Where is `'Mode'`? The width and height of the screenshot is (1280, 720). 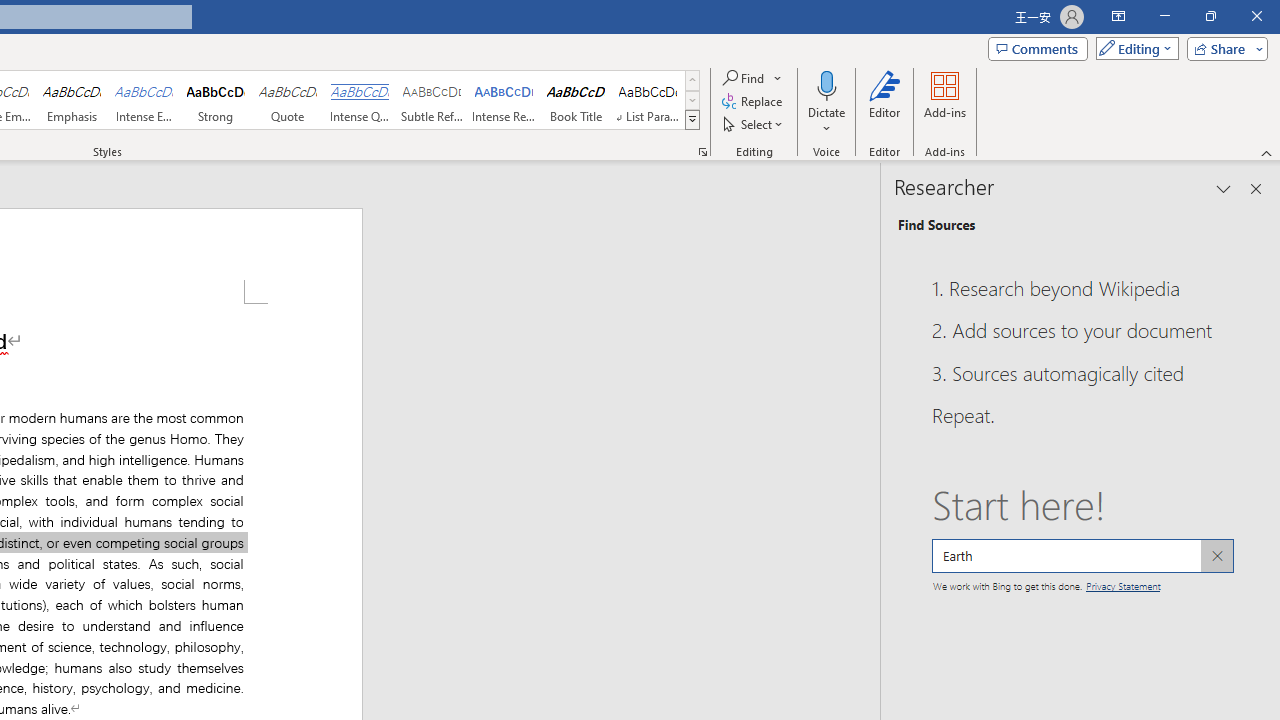 'Mode' is located at coordinates (1133, 47).